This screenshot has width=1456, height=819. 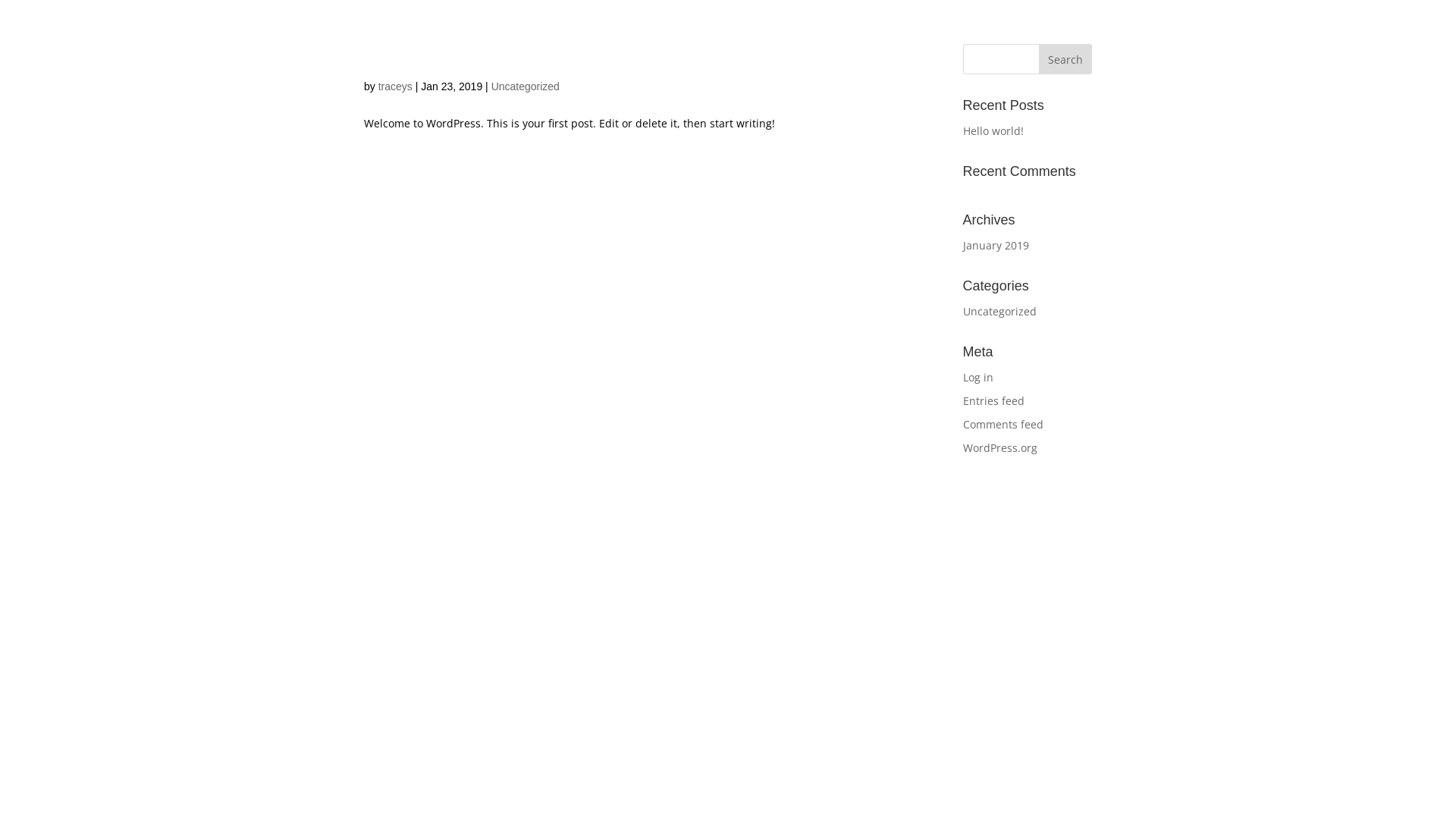 What do you see at coordinates (962, 130) in the screenshot?
I see `'Hello world!'` at bounding box center [962, 130].